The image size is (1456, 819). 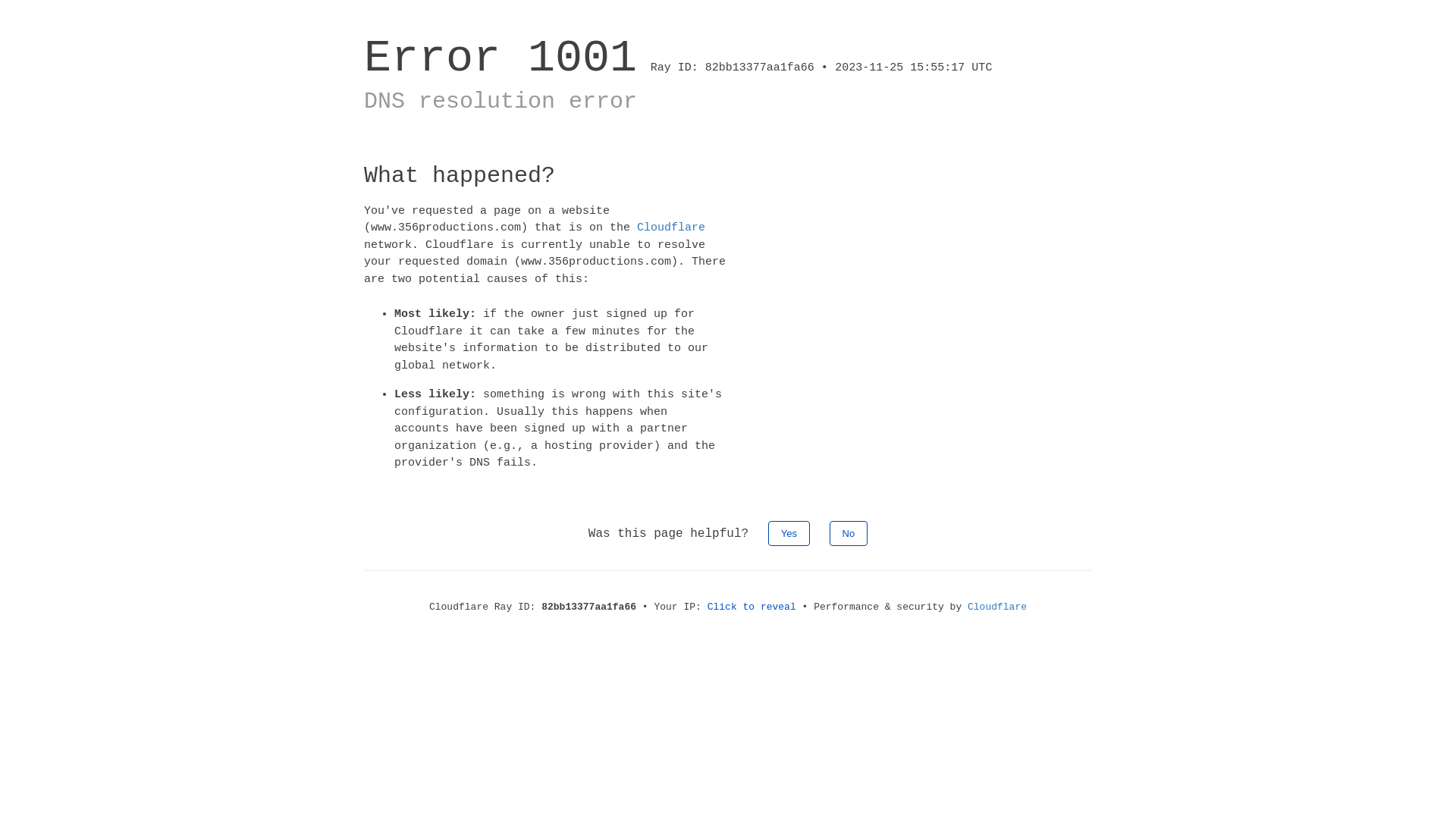 What do you see at coordinates (752, 605) in the screenshot?
I see `'Click to reveal'` at bounding box center [752, 605].